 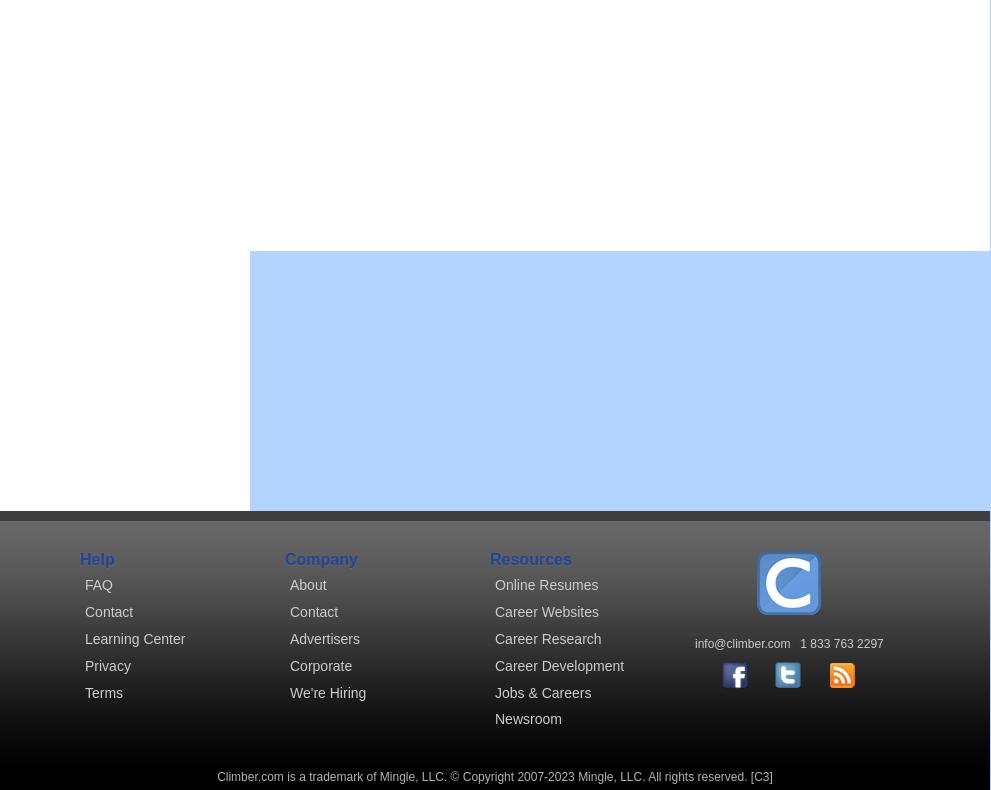 I want to click on 'info@climber.com', so click(x=741, y=644).